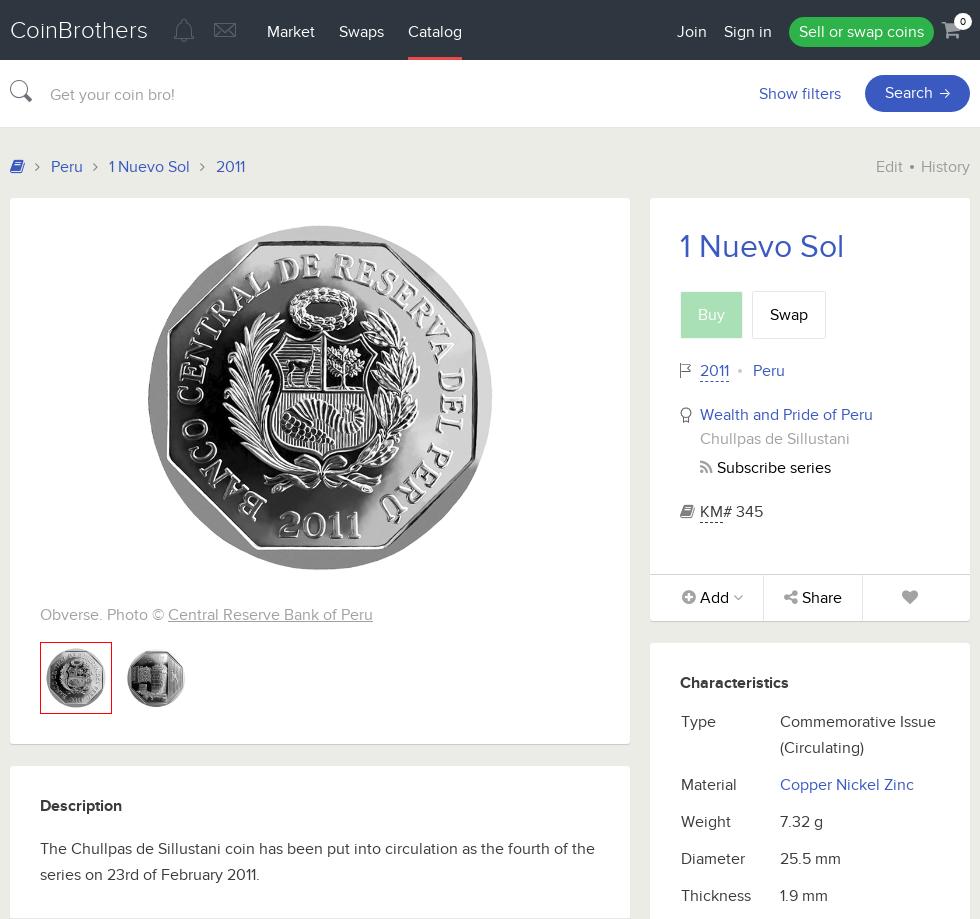 Image resolution: width=980 pixels, height=919 pixels. What do you see at coordinates (714, 597) in the screenshot?
I see `'Add'` at bounding box center [714, 597].